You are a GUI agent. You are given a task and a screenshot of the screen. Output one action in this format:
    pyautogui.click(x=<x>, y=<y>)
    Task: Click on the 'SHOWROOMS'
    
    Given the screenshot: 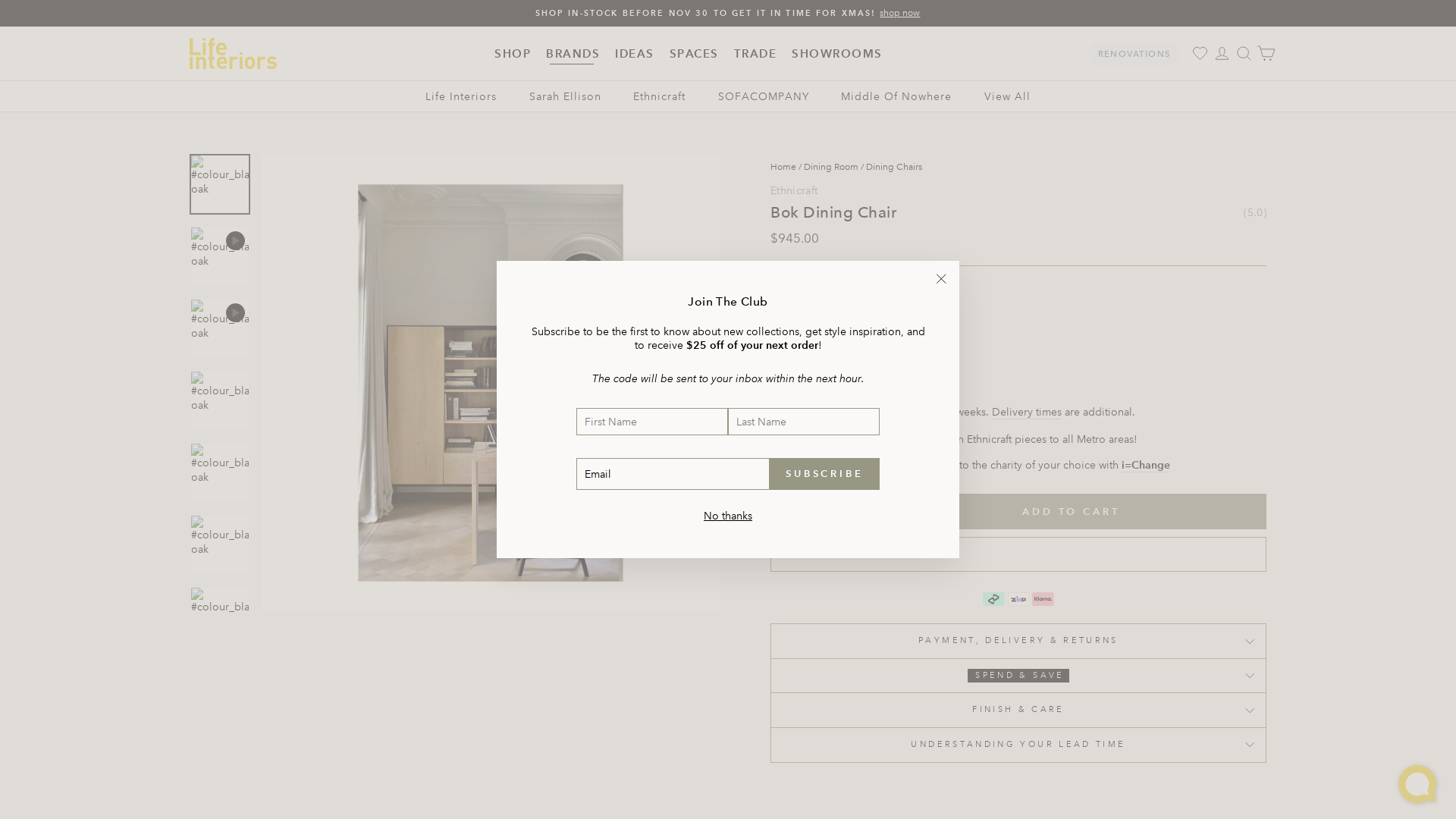 What is the action you would take?
    pyautogui.click(x=836, y=52)
    